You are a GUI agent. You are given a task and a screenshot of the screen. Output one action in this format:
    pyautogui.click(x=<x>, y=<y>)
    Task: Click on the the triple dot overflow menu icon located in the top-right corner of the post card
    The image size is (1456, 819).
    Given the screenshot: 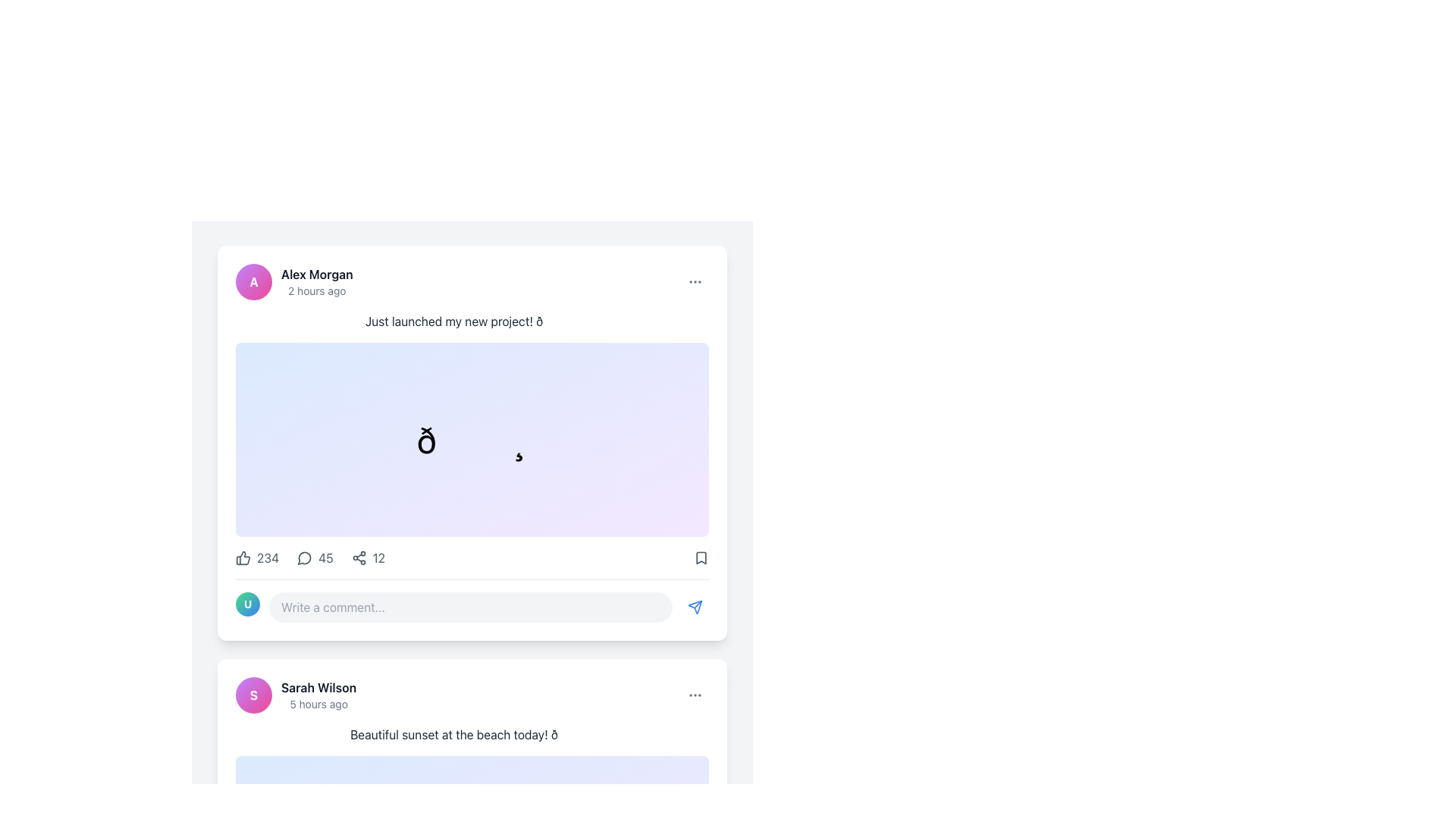 What is the action you would take?
    pyautogui.click(x=694, y=695)
    